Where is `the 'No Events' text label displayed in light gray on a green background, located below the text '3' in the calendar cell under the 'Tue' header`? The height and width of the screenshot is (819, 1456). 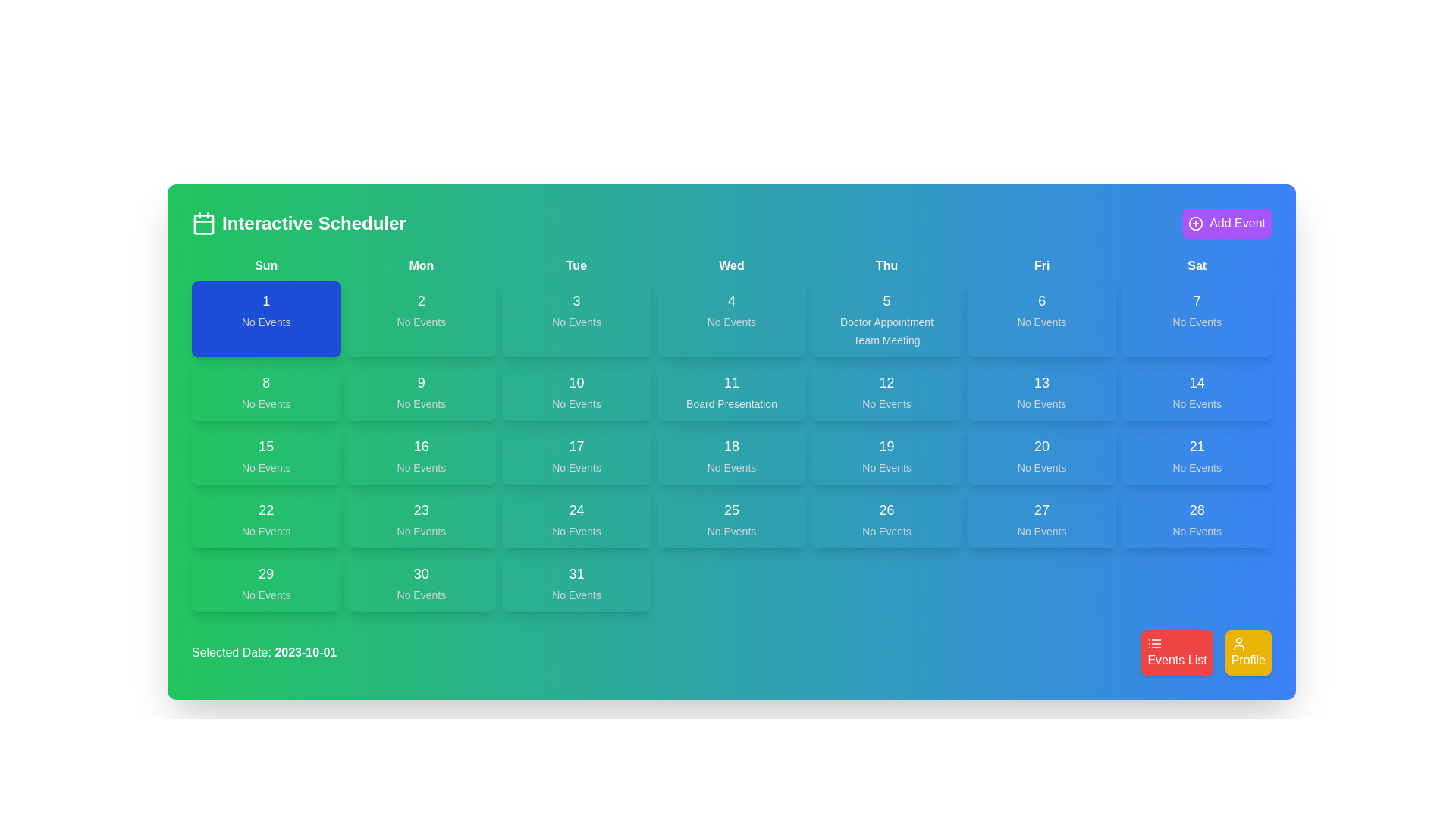 the 'No Events' text label displayed in light gray on a green background, located below the text '3' in the calendar cell under the 'Tue' header is located at coordinates (576, 321).